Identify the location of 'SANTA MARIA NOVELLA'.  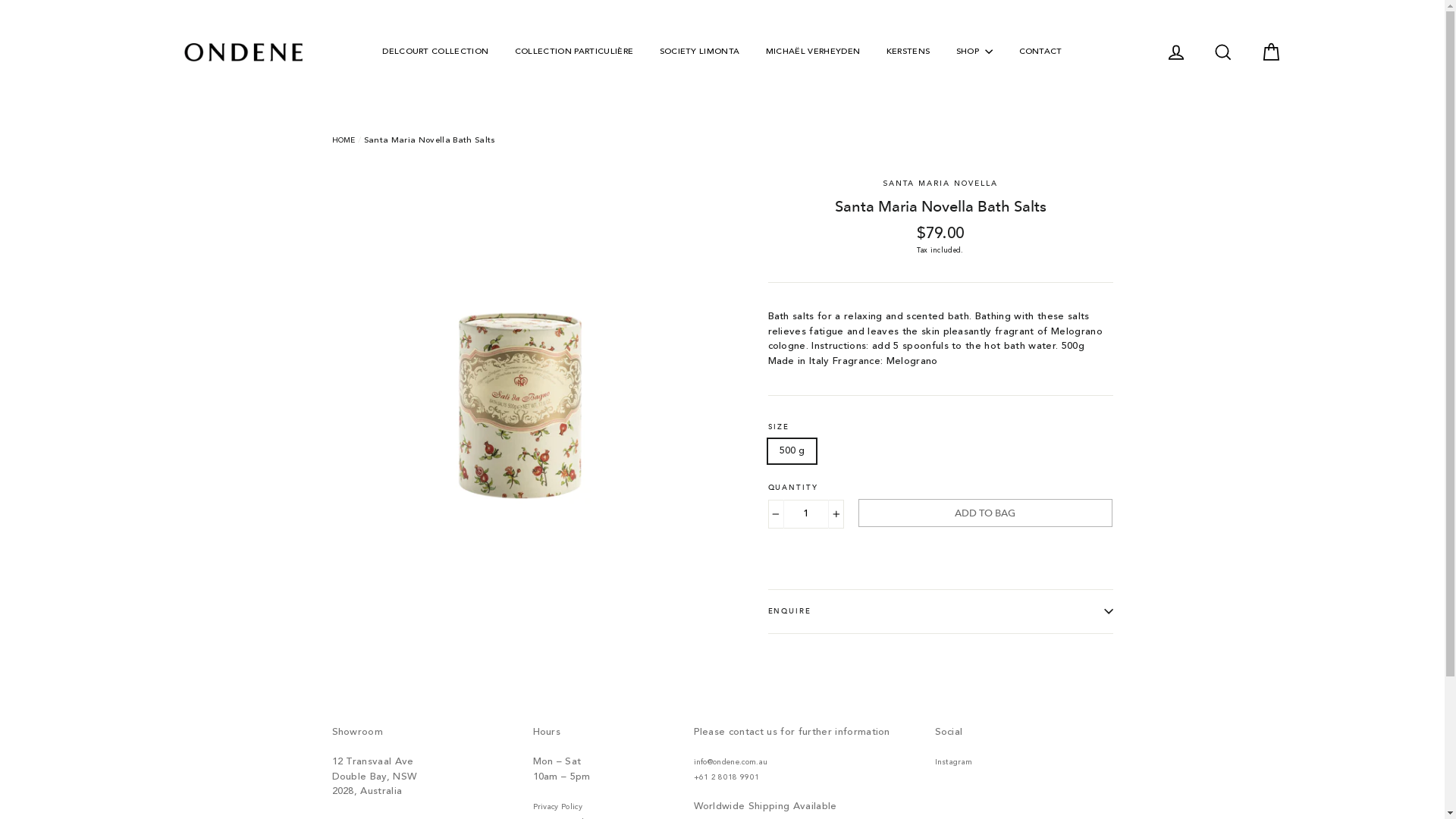
(882, 181).